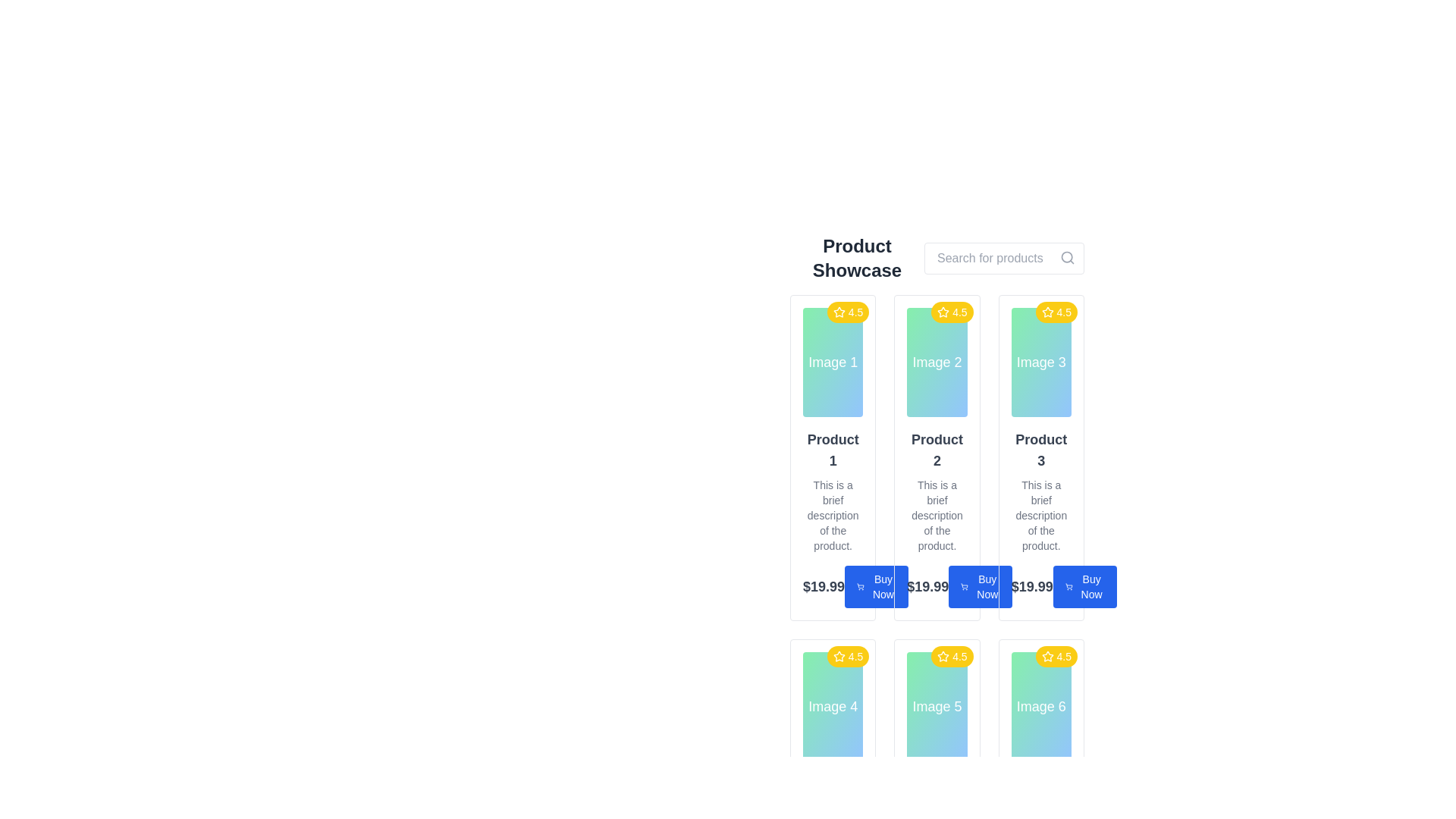  Describe the element at coordinates (832, 362) in the screenshot. I see `the text label 'Image 1', which is styled in white and centered on a rectangular card in the product showcase grid` at that location.